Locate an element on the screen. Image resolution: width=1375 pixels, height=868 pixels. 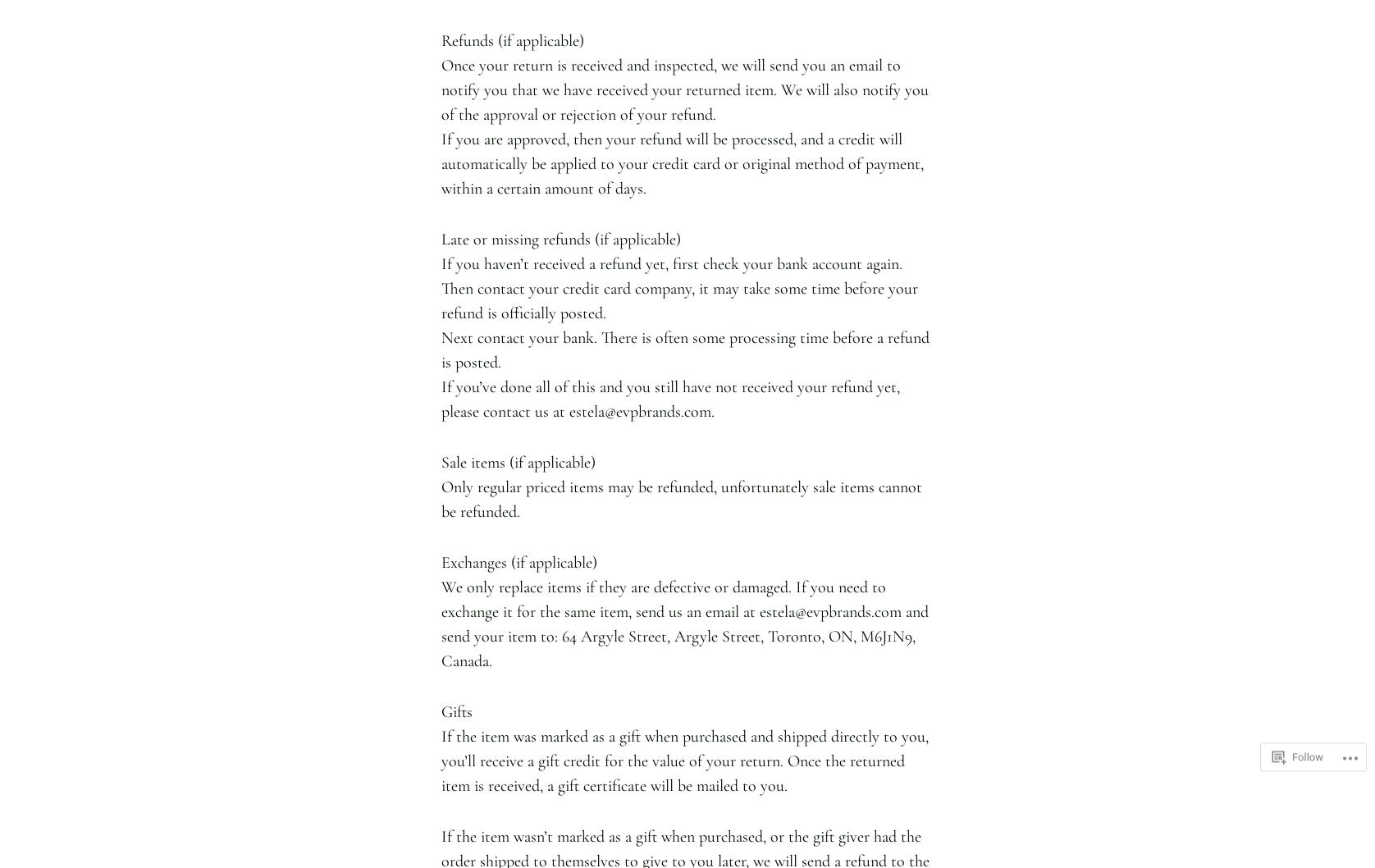
'Gifts' is located at coordinates (456, 710).